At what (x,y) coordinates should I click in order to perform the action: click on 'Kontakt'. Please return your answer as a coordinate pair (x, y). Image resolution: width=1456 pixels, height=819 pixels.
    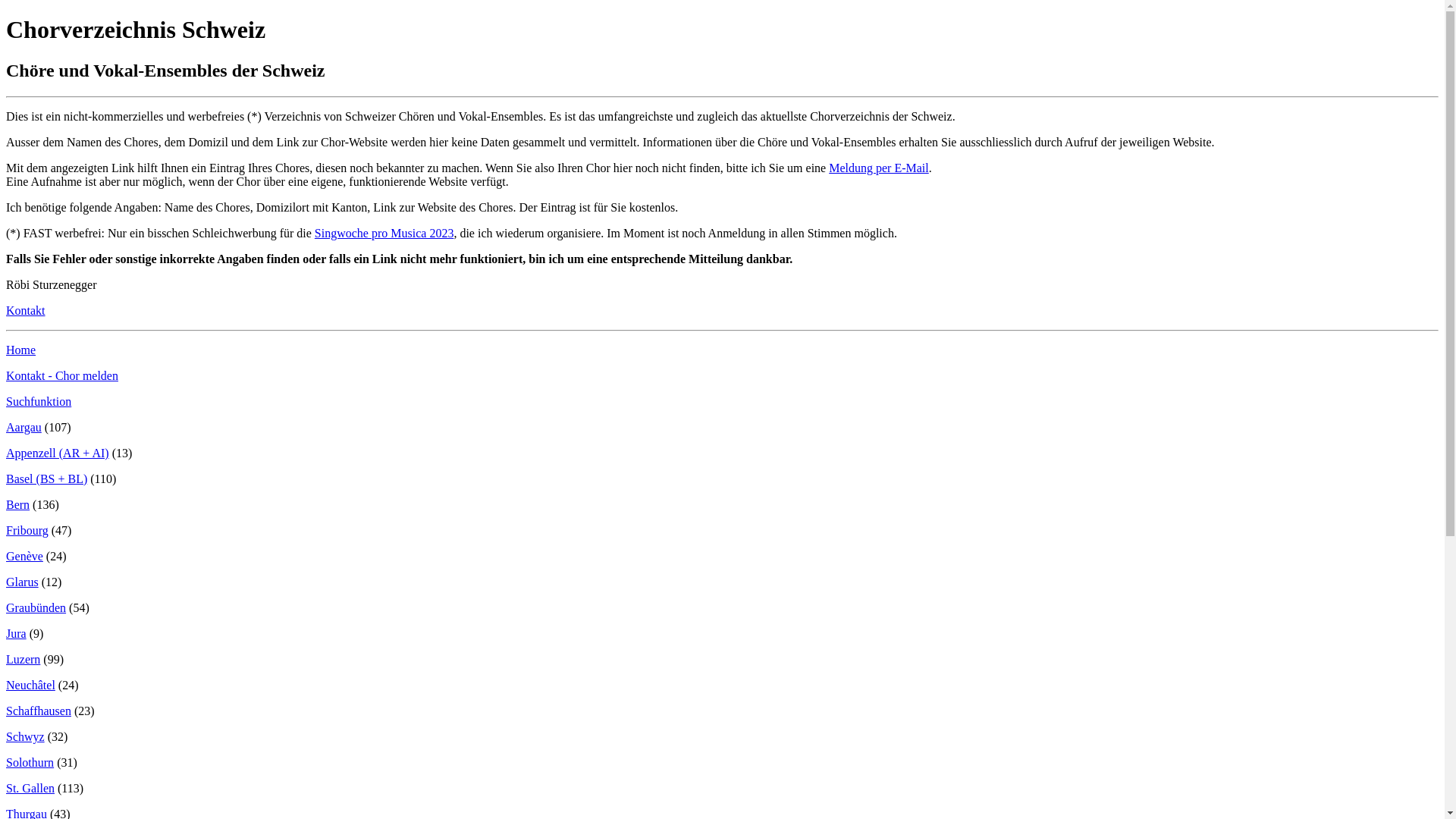
    Looking at the image, I should click on (25, 309).